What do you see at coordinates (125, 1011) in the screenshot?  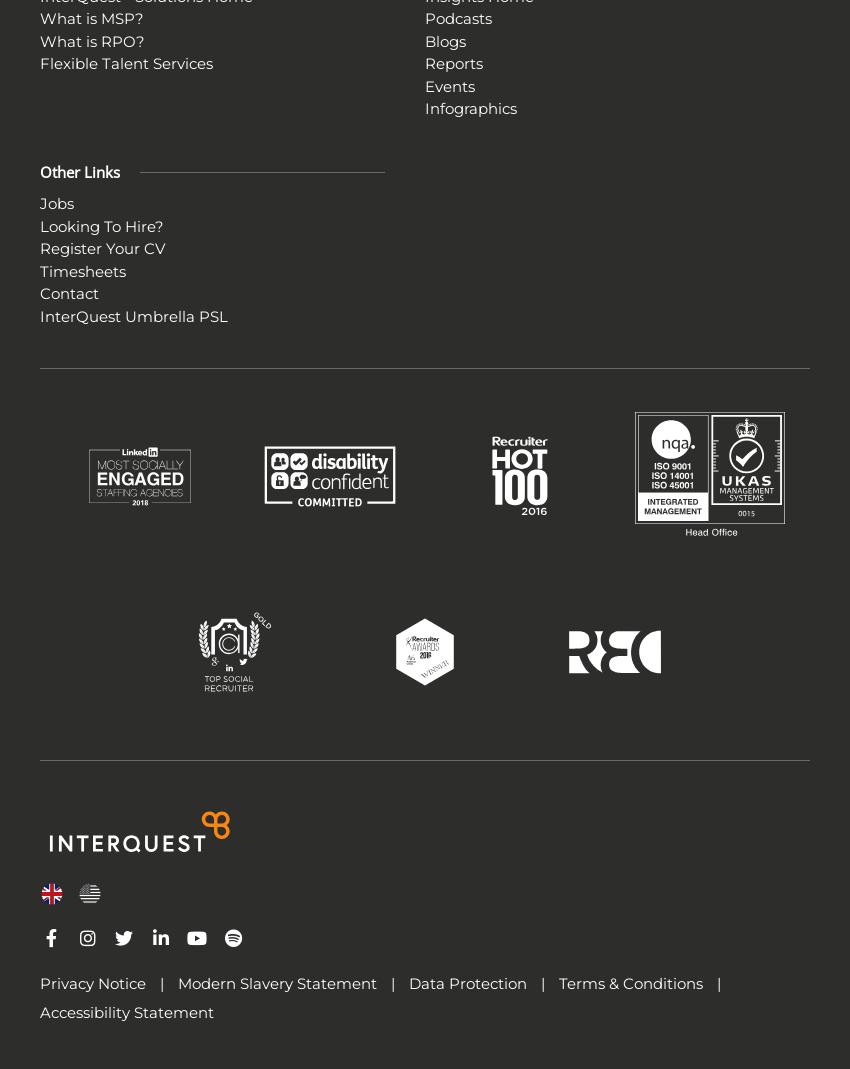 I see `'Accessibility Statement'` at bounding box center [125, 1011].